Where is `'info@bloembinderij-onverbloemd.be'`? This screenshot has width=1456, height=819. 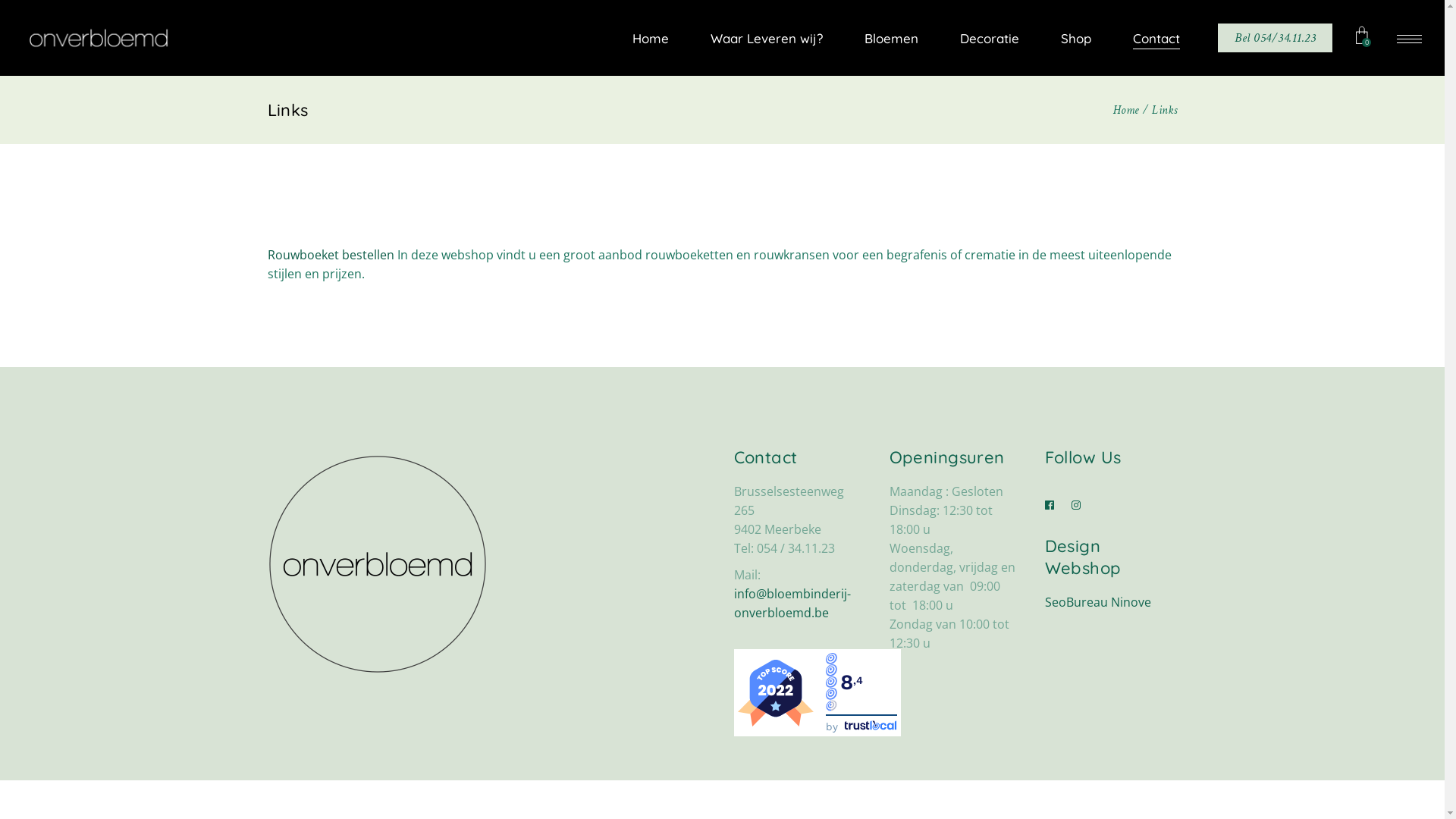
'info@bloembinderij-onverbloemd.be' is located at coordinates (792, 602).